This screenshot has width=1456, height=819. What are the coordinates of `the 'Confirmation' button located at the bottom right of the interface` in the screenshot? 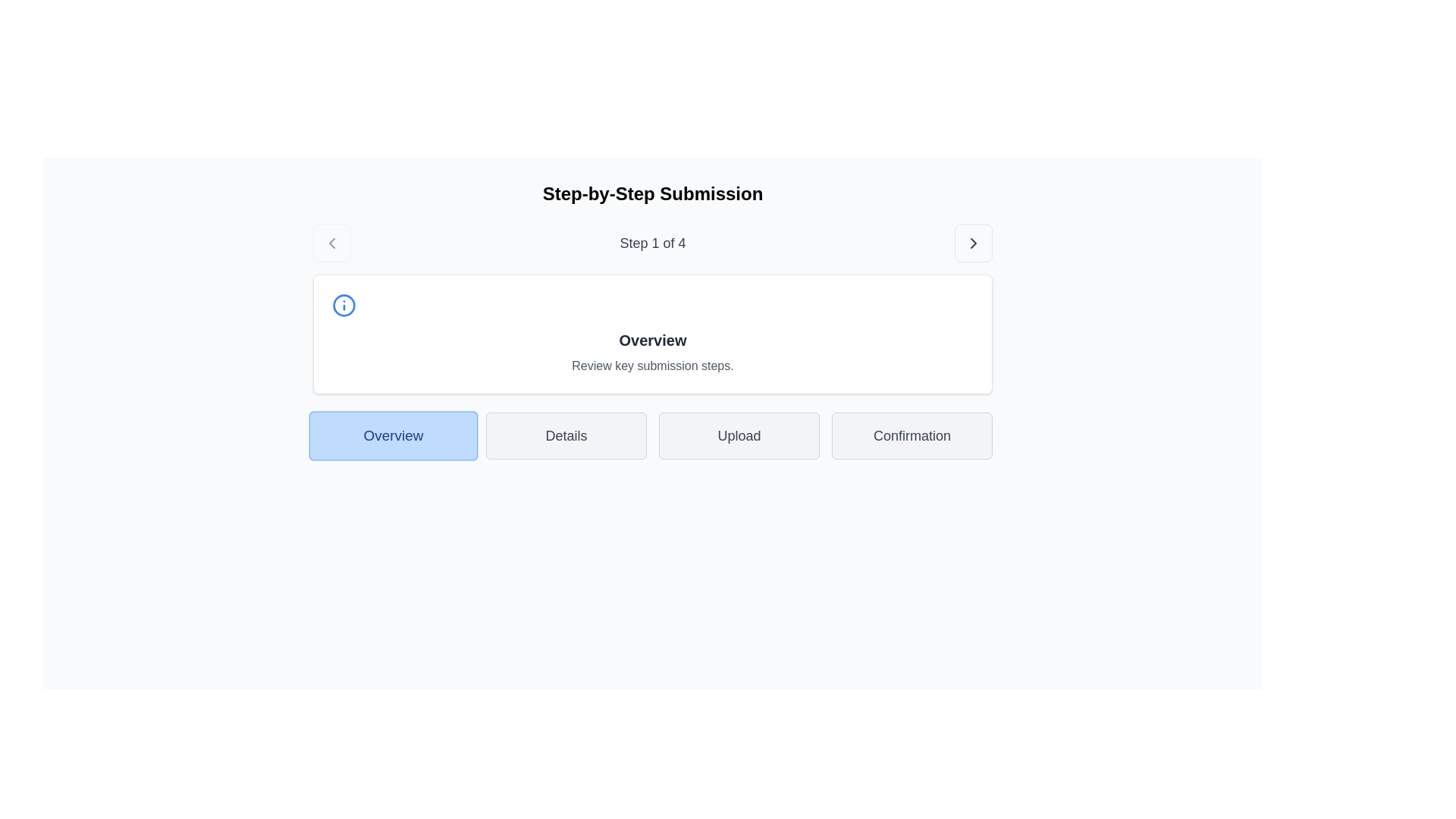 It's located at (912, 435).